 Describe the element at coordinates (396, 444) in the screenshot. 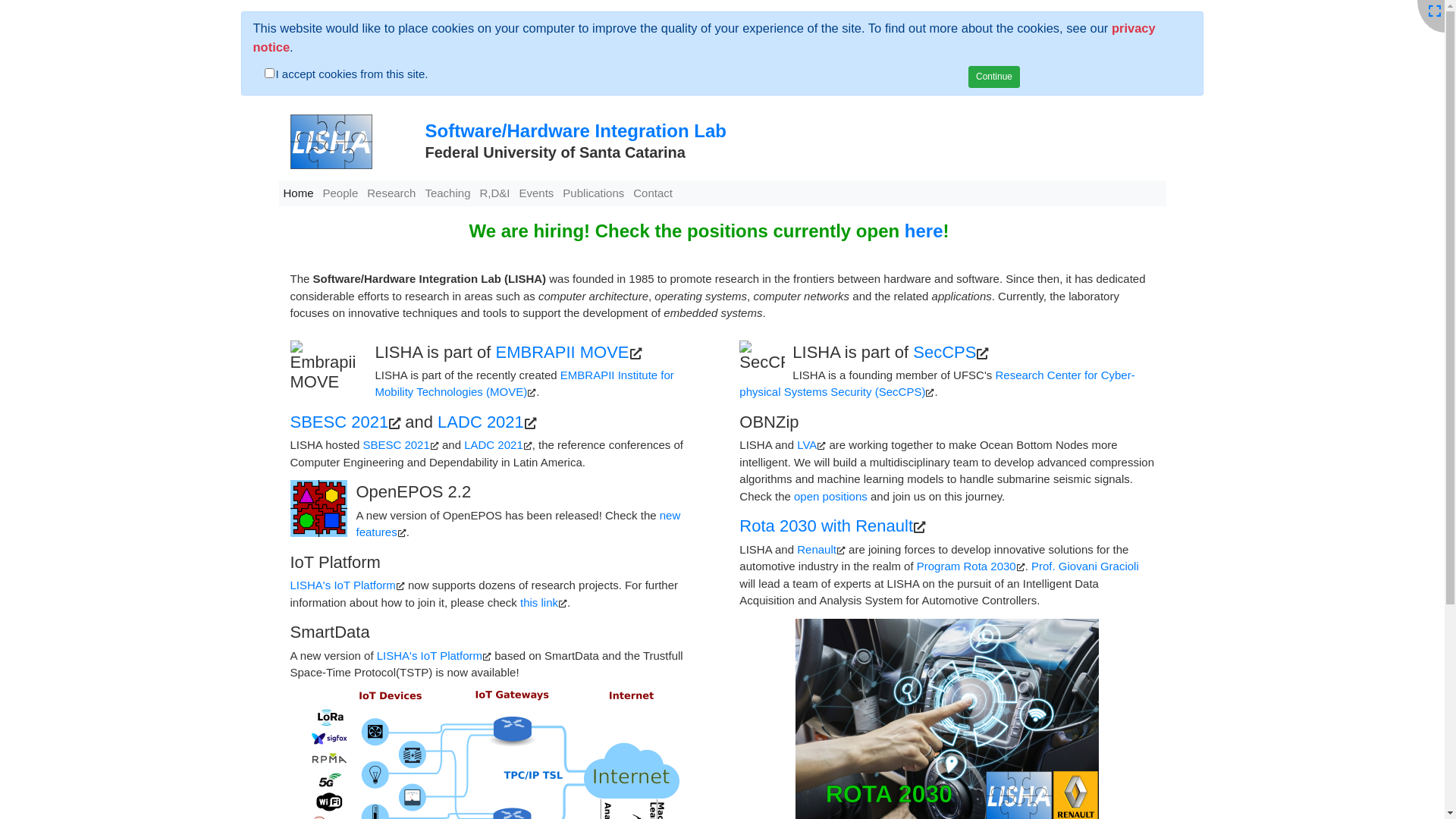

I see `'SBESC 2021'` at that location.